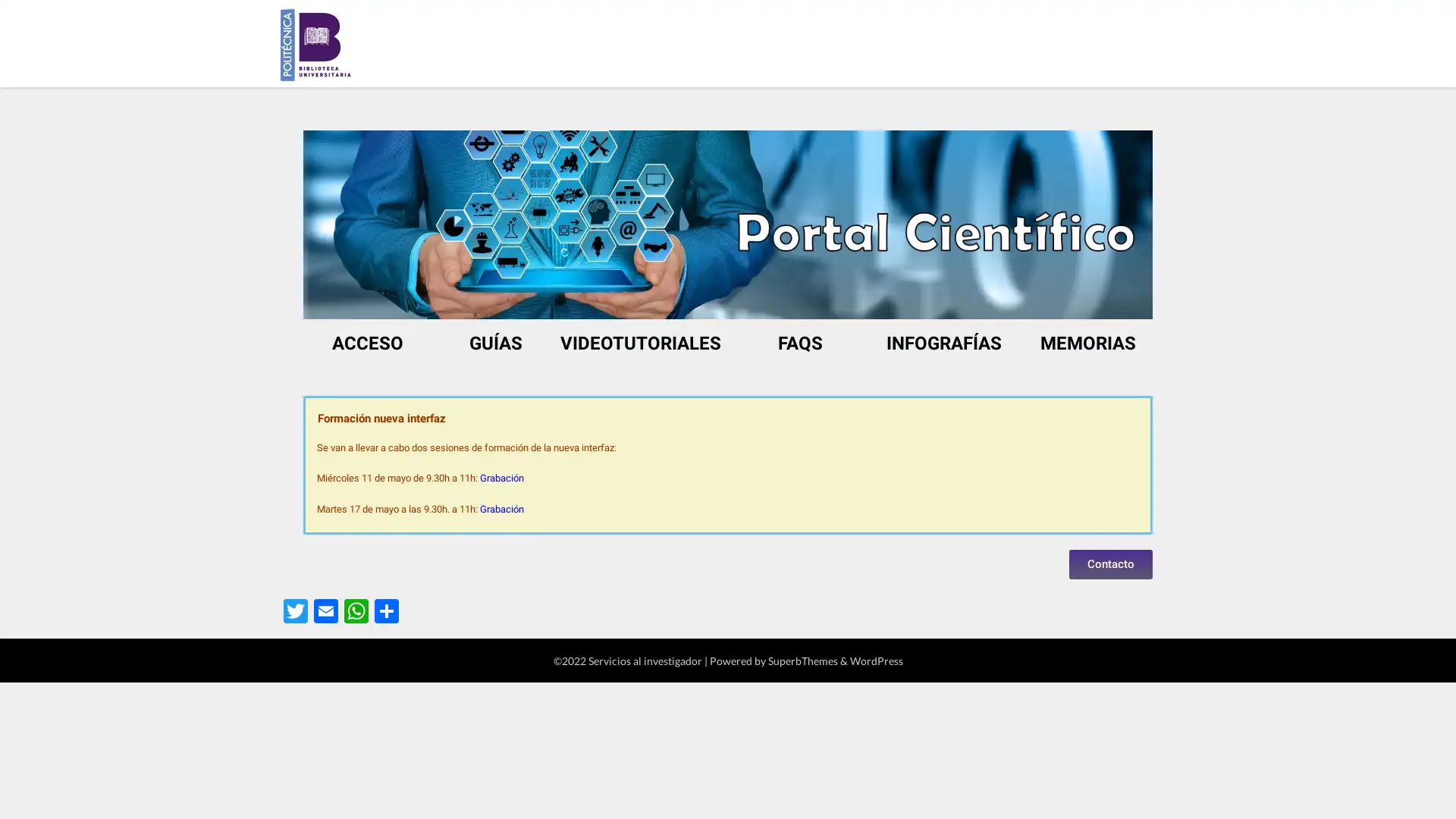 The height and width of the screenshot is (819, 1456). Describe the element at coordinates (1110, 563) in the screenshot. I see `Contacto` at that location.